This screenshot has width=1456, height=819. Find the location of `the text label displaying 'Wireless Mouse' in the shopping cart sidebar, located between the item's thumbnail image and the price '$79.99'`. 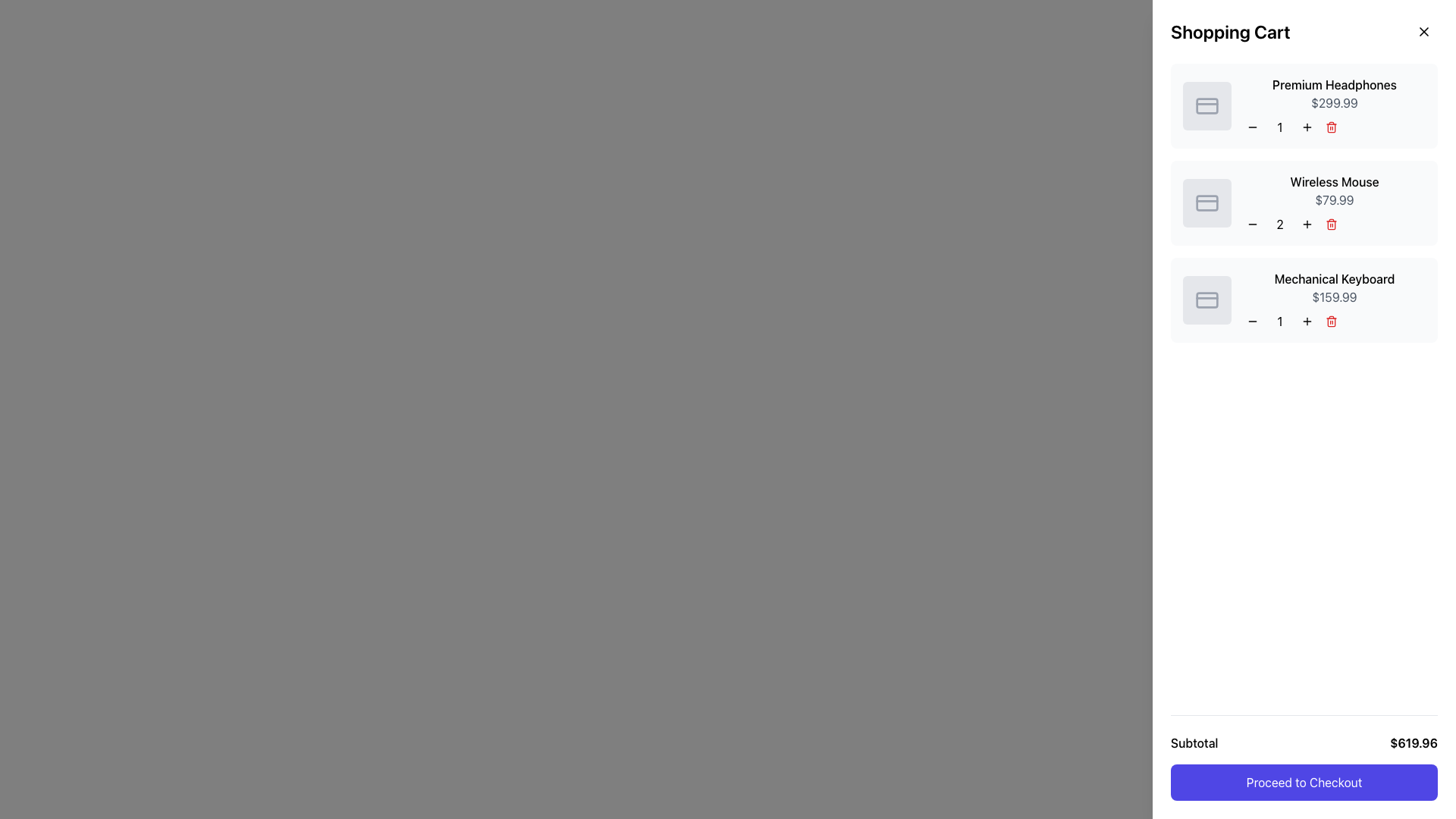

the text label displaying 'Wireless Mouse' in the shopping cart sidebar, located between the item's thumbnail image and the price '$79.99' is located at coordinates (1335, 180).